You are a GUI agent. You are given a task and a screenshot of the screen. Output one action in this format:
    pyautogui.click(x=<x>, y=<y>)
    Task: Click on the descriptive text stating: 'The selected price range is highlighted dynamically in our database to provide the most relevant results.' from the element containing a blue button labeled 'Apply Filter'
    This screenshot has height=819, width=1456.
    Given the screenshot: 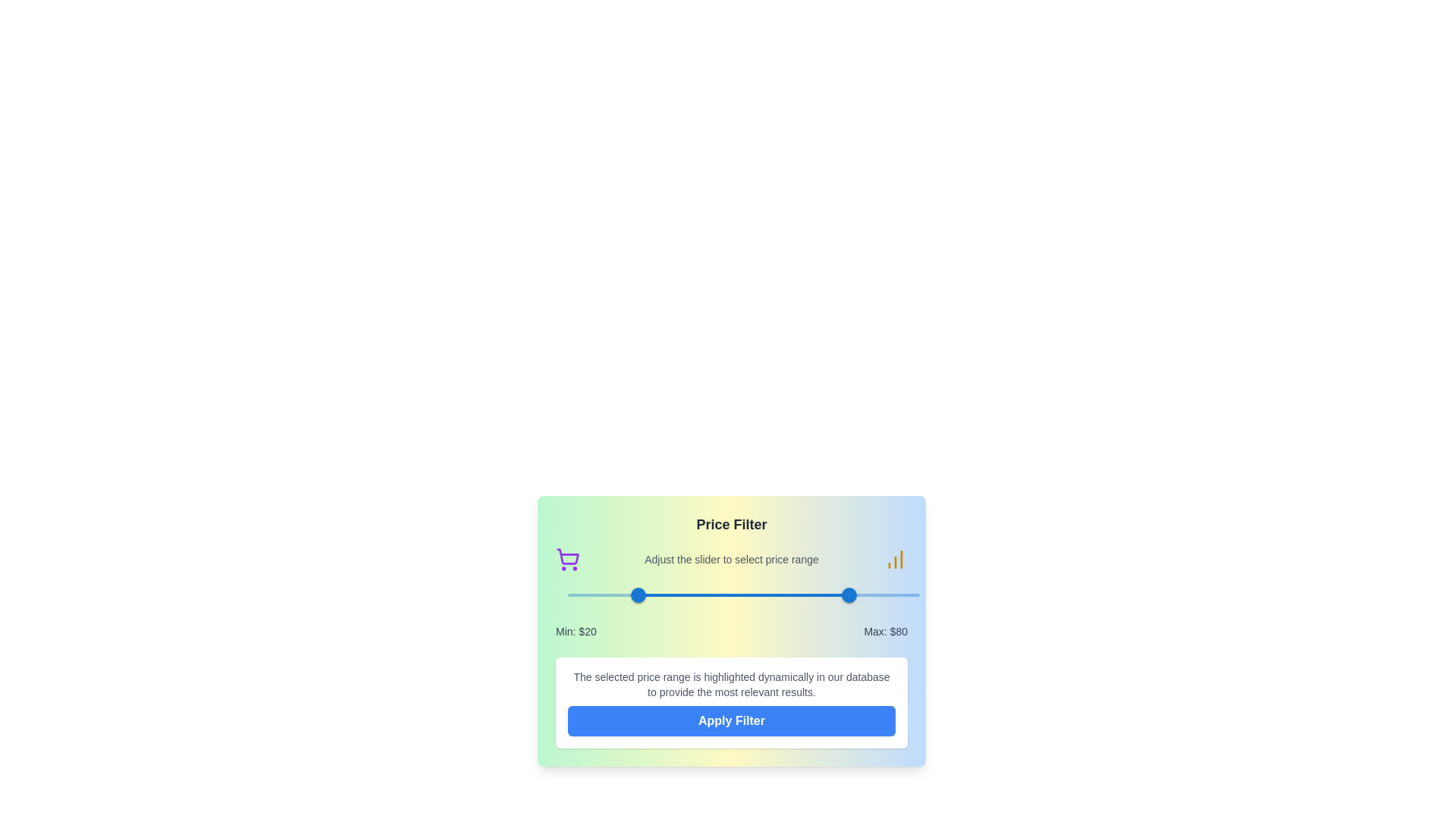 What is the action you would take?
    pyautogui.click(x=731, y=702)
    